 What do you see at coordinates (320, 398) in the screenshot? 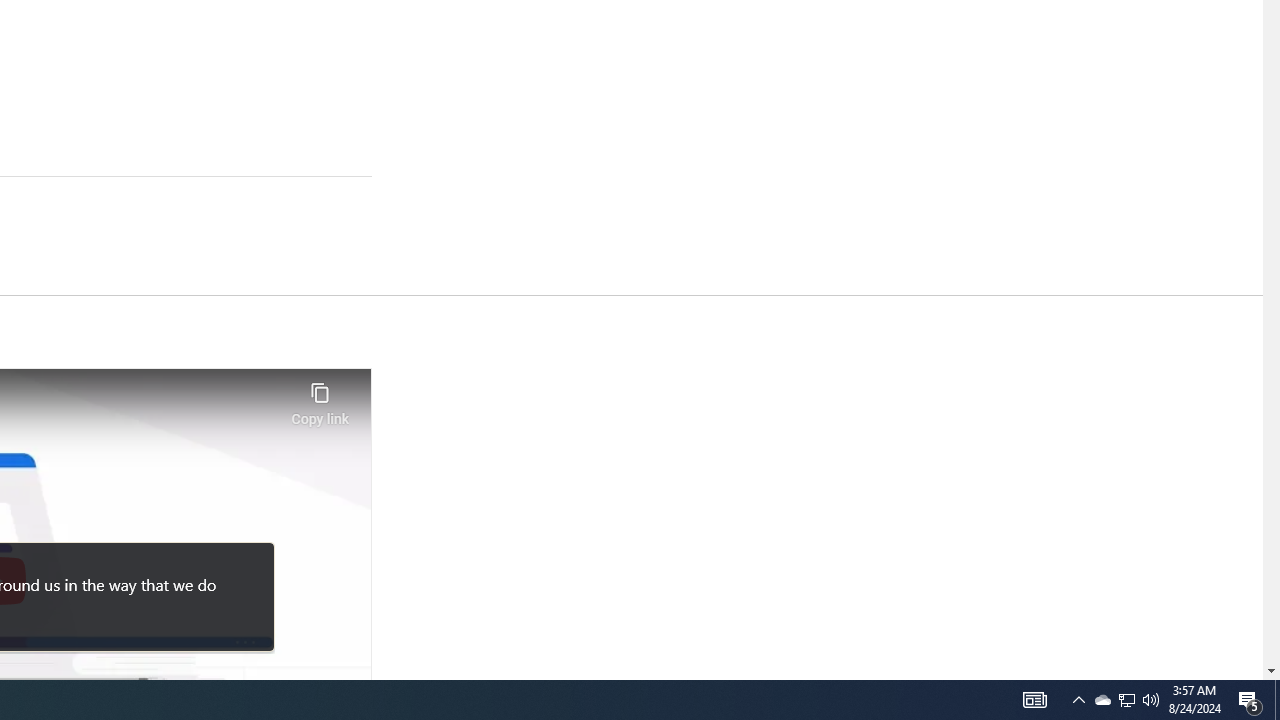
I see `'Copy link'` at bounding box center [320, 398].